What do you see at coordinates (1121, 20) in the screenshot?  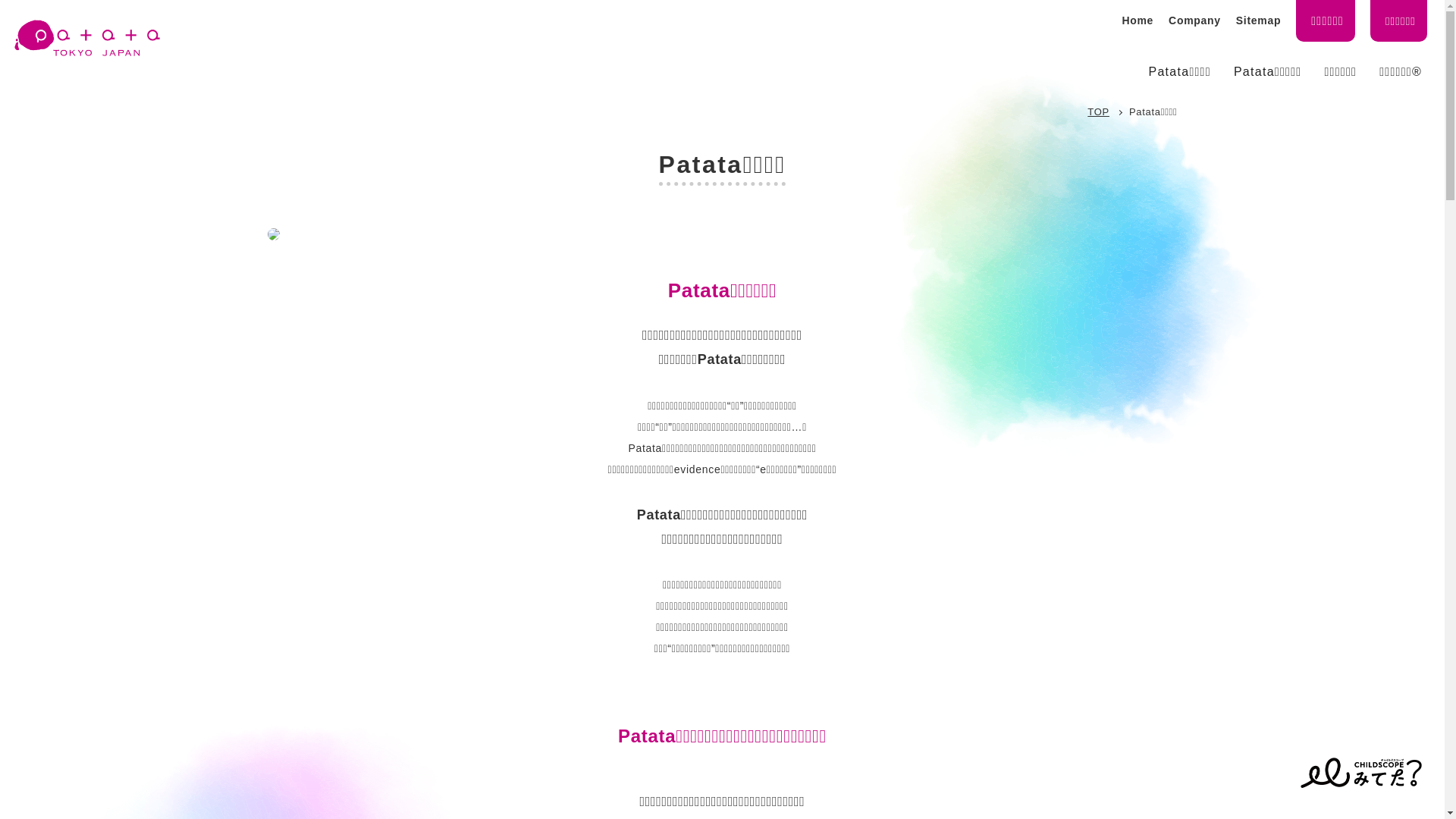 I see `'Home'` at bounding box center [1121, 20].